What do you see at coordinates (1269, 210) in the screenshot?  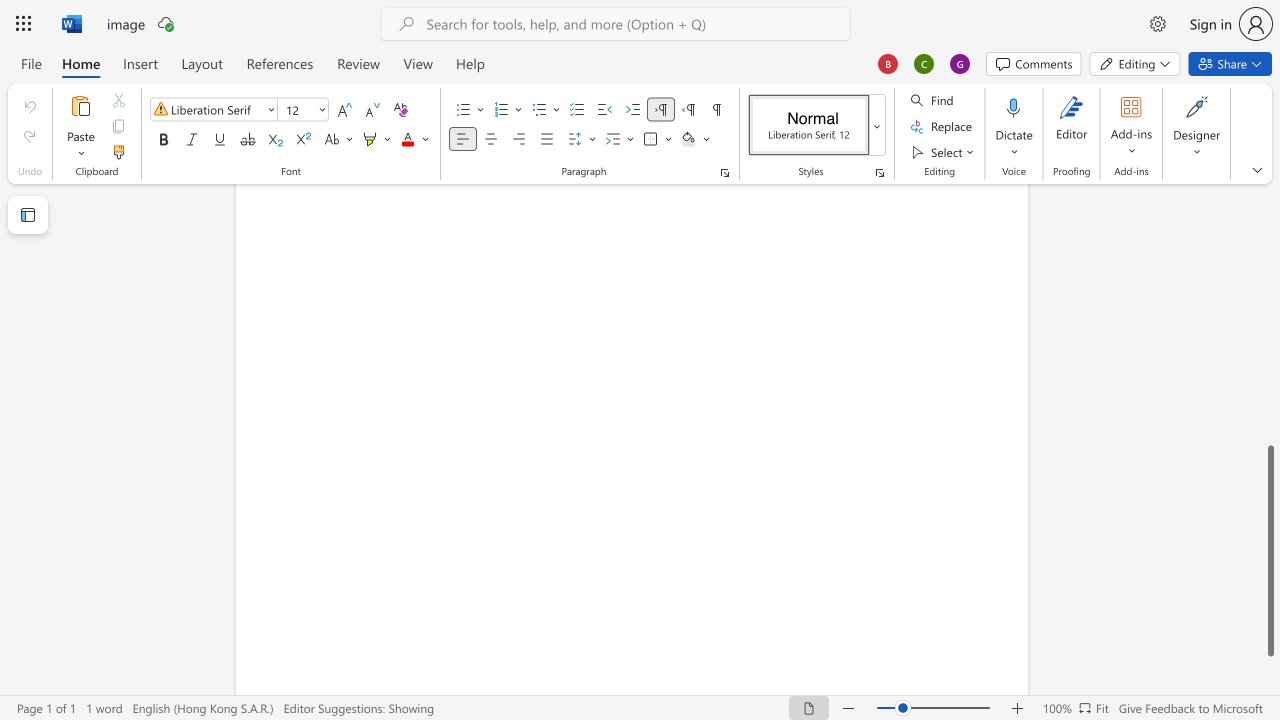 I see `the scrollbar to move the content higher` at bounding box center [1269, 210].